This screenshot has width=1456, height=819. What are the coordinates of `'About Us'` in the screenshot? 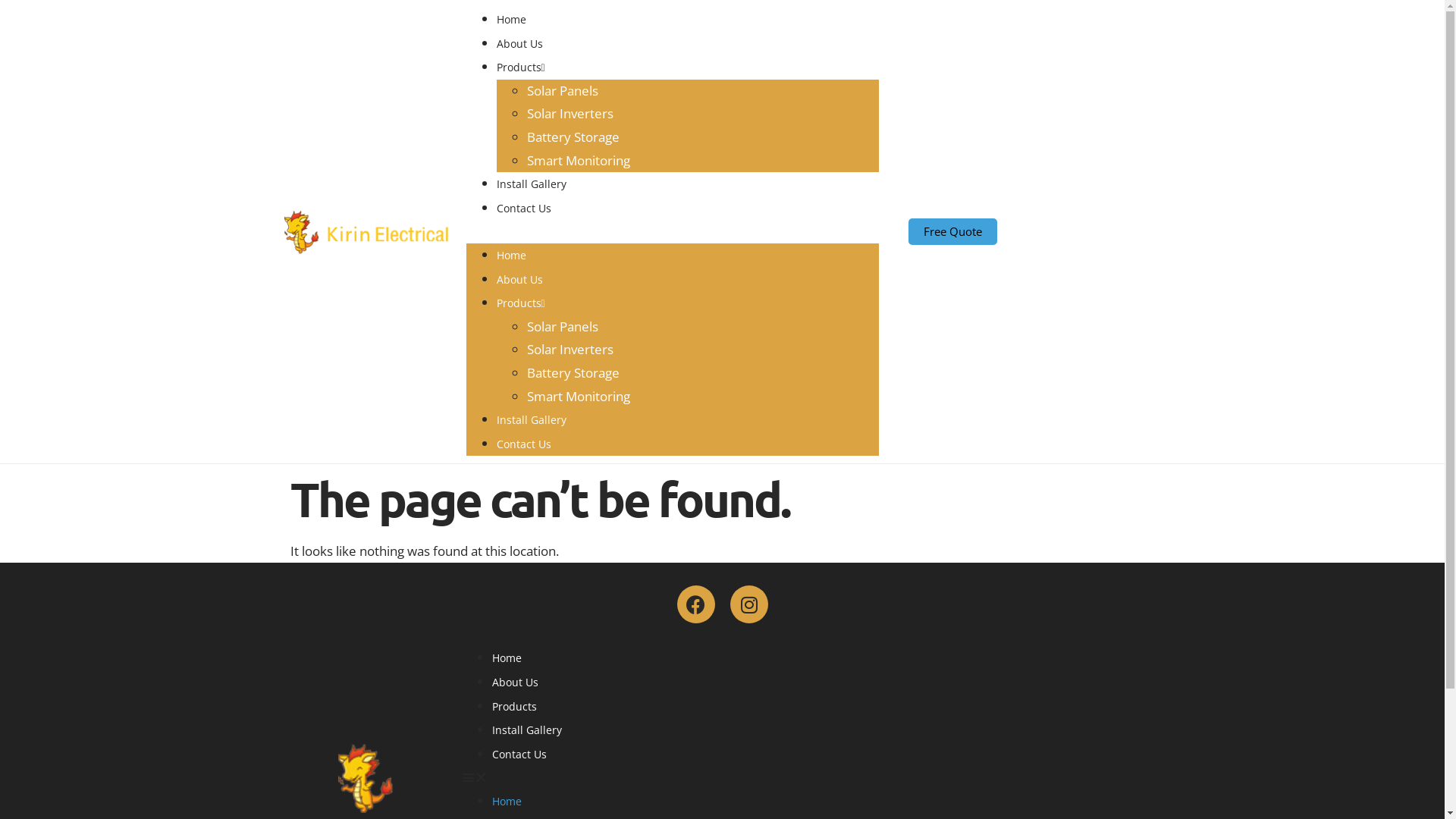 It's located at (519, 279).